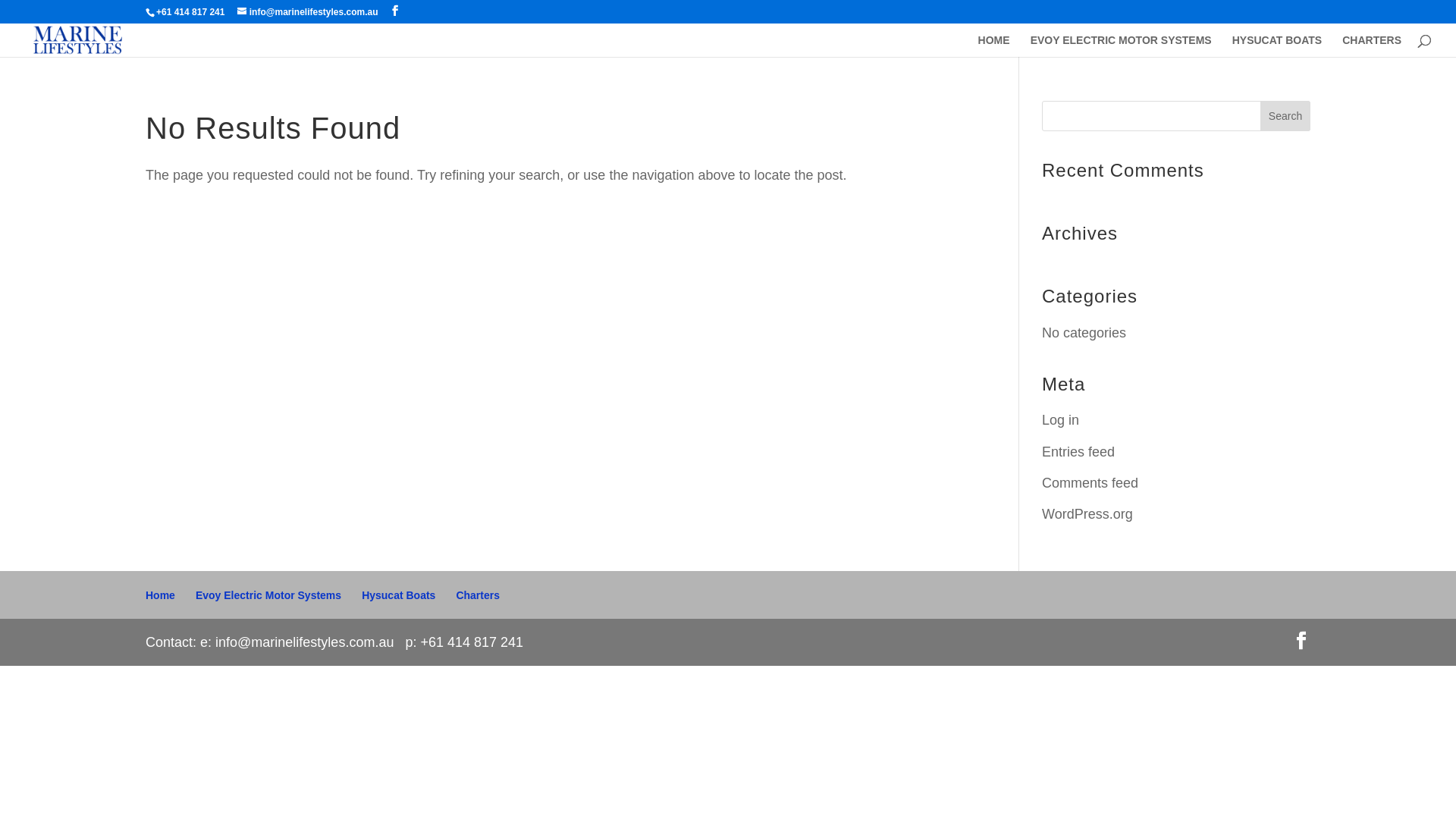 The image size is (1456, 819). Describe the element at coordinates (268, 595) in the screenshot. I see `'Evoy Electric Motor Systems'` at that location.